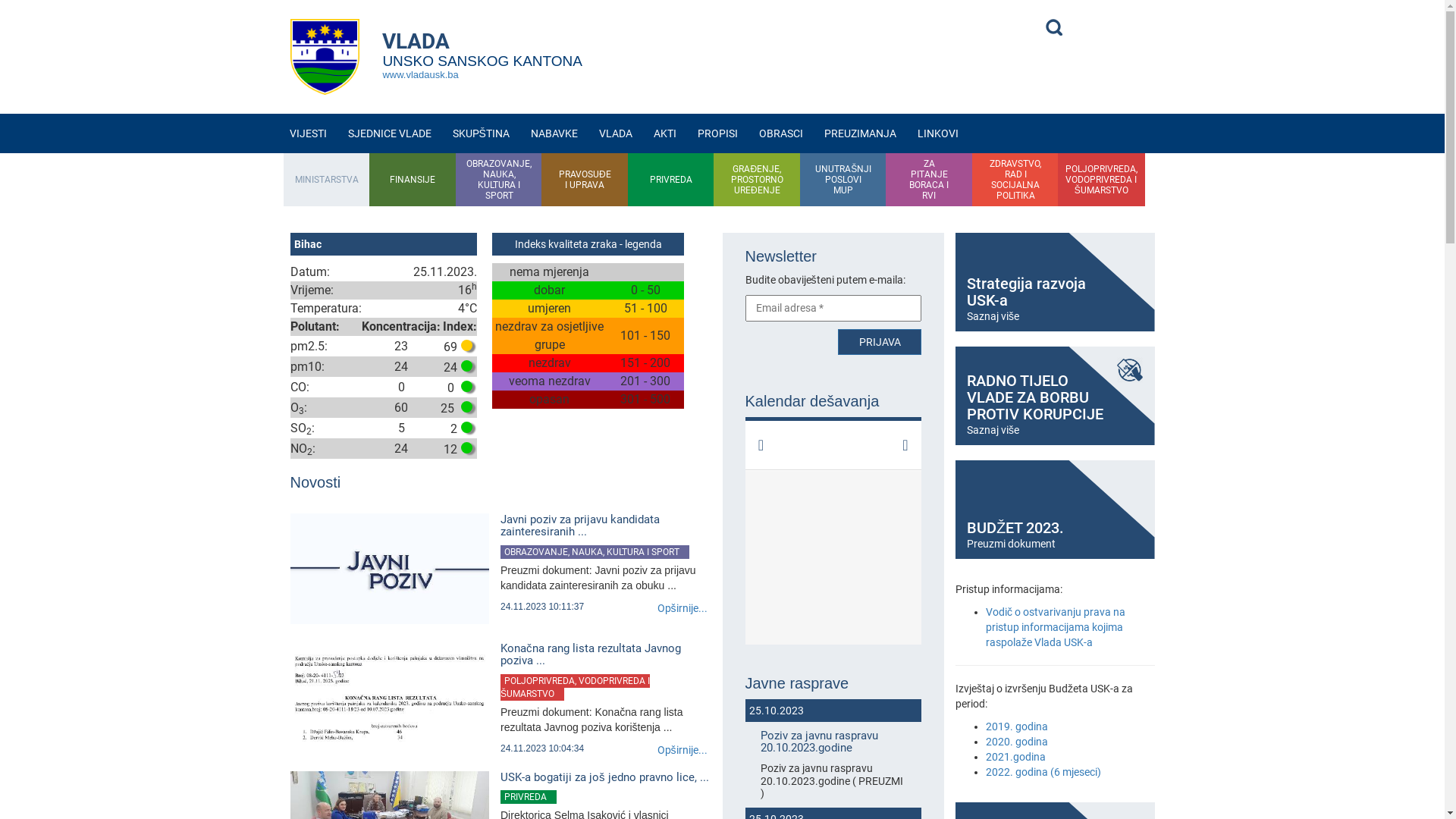  What do you see at coordinates (1015, 178) in the screenshot?
I see `'ZDRAVSTVO, RAD I SOCIJALNA POLITIKA'` at bounding box center [1015, 178].